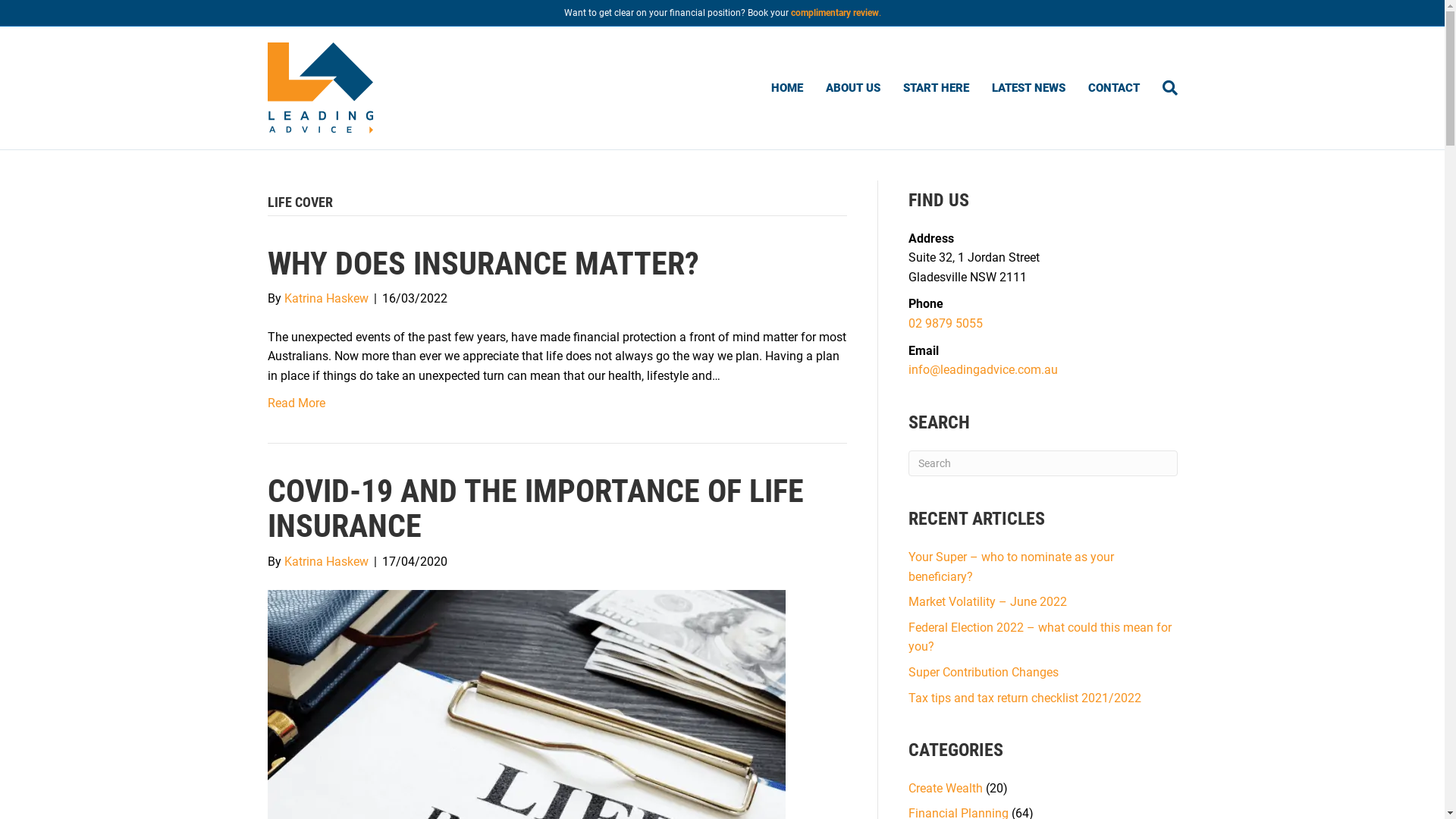 Image resolution: width=1456 pixels, height=819 pixels. Describe the element at coordinates (1028, 87) in the screenshot. I see `'LATEST NEWS'` at that location.